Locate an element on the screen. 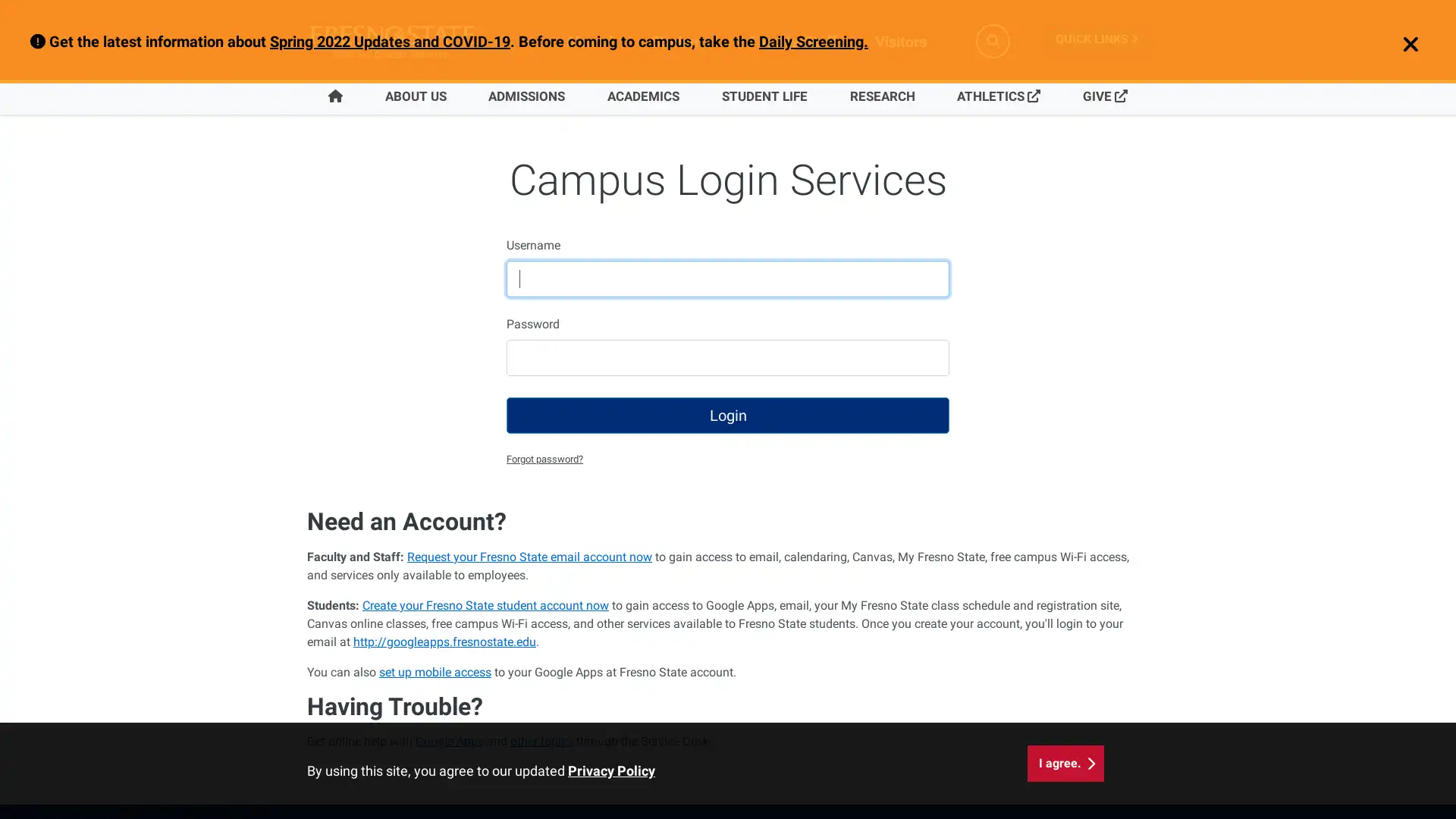  Search is located at coordinates (993, 40).